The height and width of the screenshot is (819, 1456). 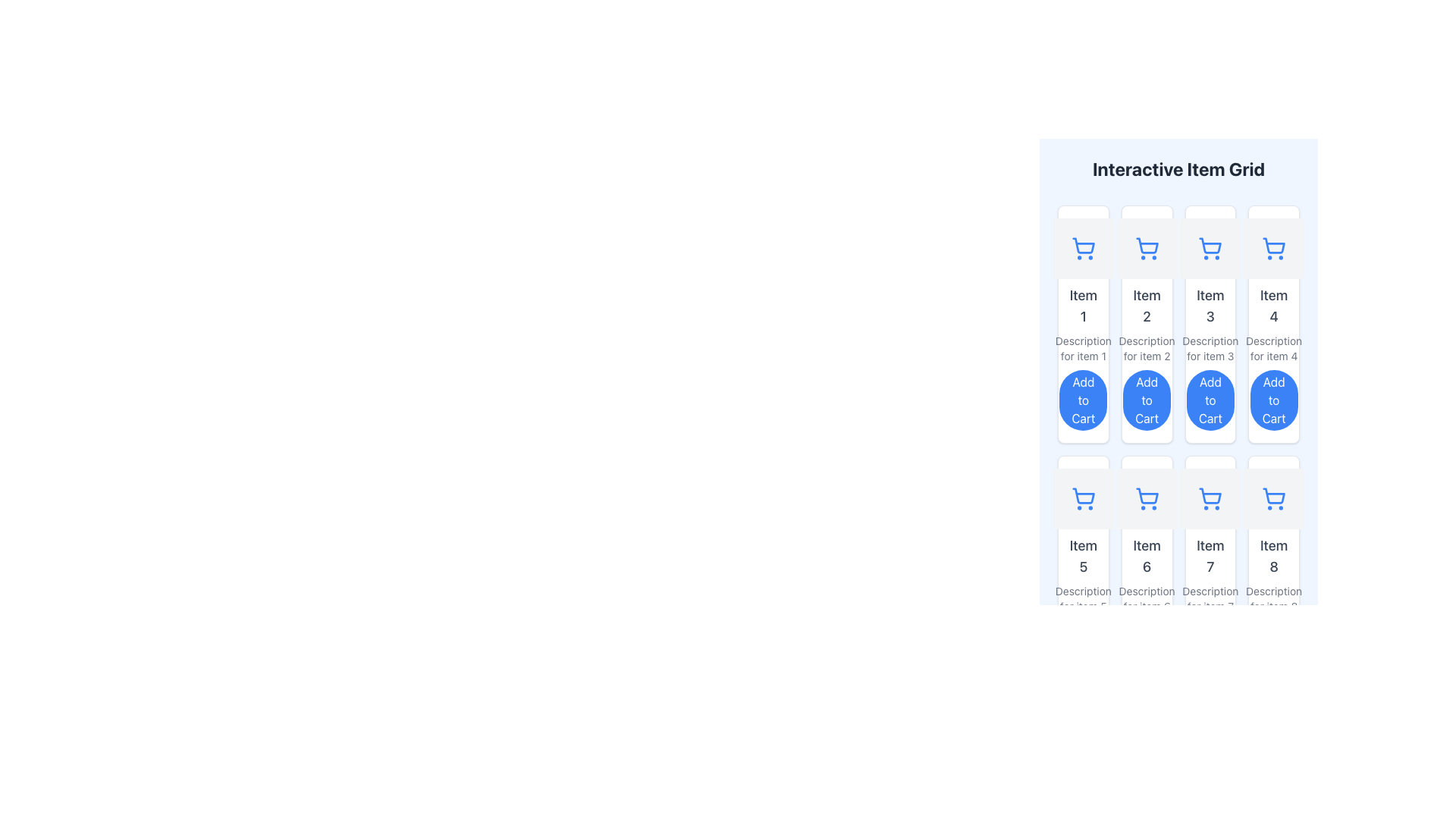 What do you see at coordinates (1082, 247) in the screenshot?
I see `the blue shopping cart icon located at the top of the 'Item 1' card in the first column of the grid layout` at bounding box center [1082, 247].